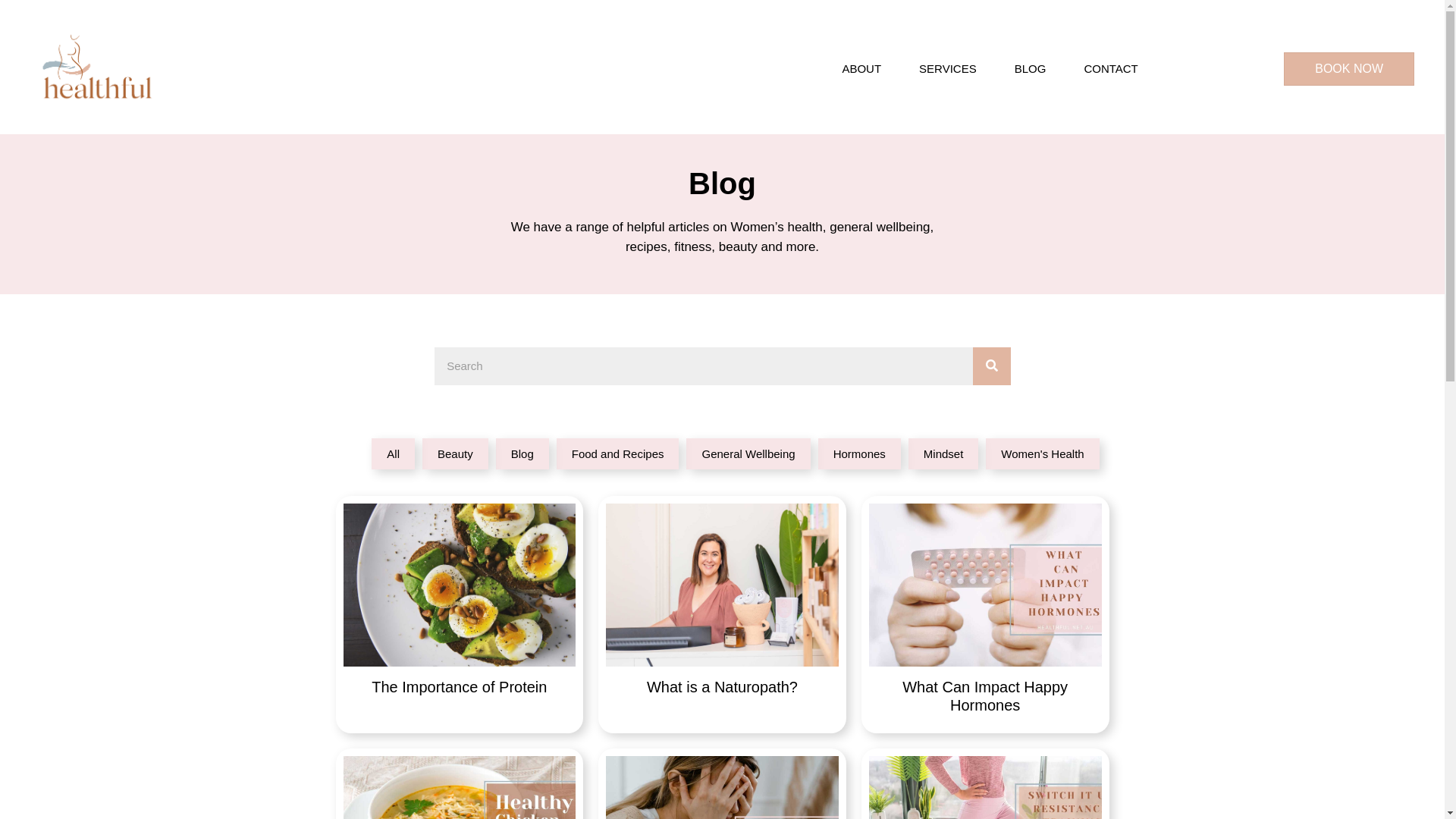 The width and height of the screenshot is (1456, 819). What do you see at coordinates (985, 584) in the screenshot?
I see `'what-can-impact-happy-hormones-healthful-wellness'` at bounding box center [985, 584].